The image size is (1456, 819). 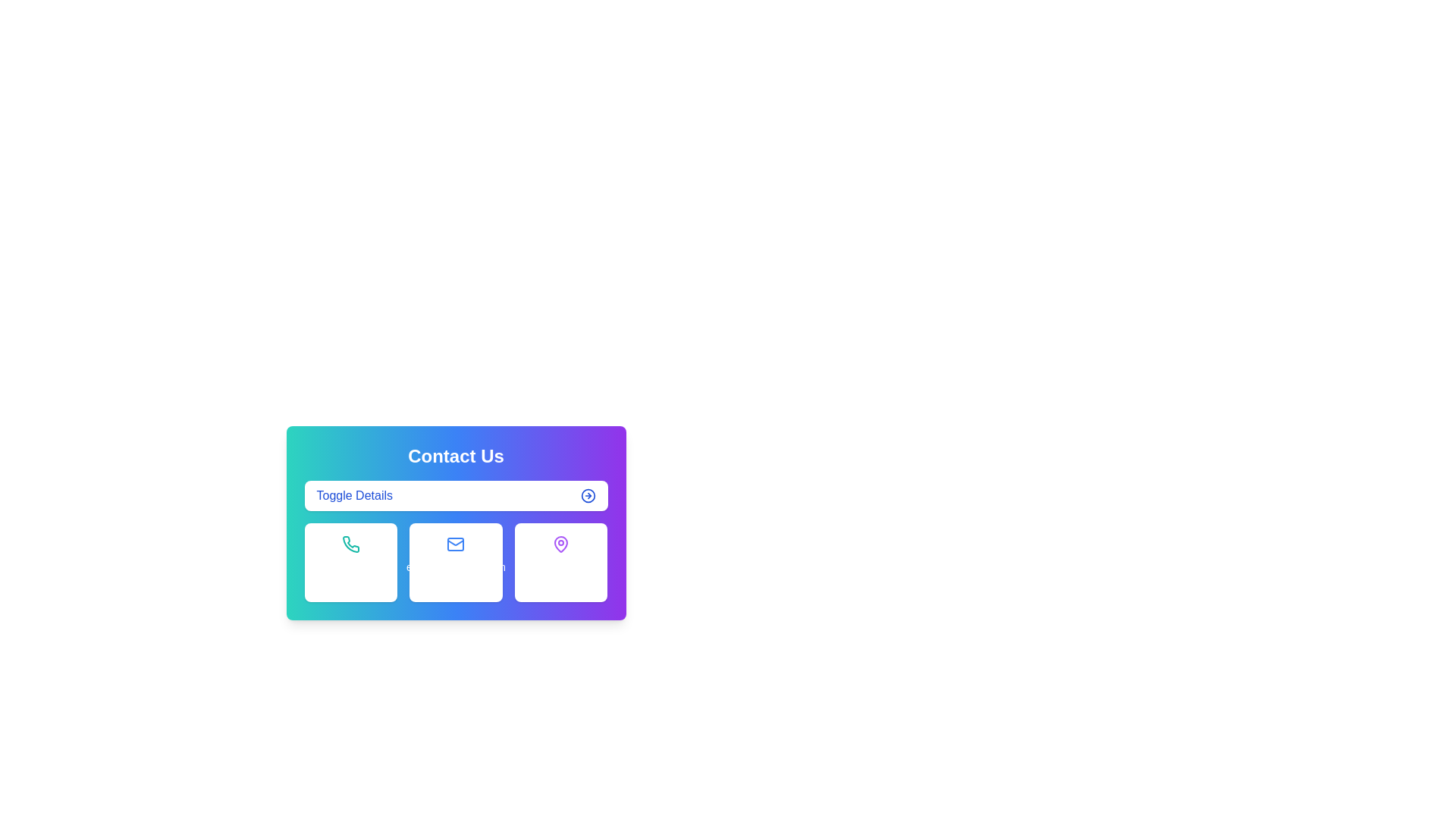 I want to click on the teal telephone receiver icon located within the leftmost white square card of the Contact Us panel, so click(x=350, y=543).